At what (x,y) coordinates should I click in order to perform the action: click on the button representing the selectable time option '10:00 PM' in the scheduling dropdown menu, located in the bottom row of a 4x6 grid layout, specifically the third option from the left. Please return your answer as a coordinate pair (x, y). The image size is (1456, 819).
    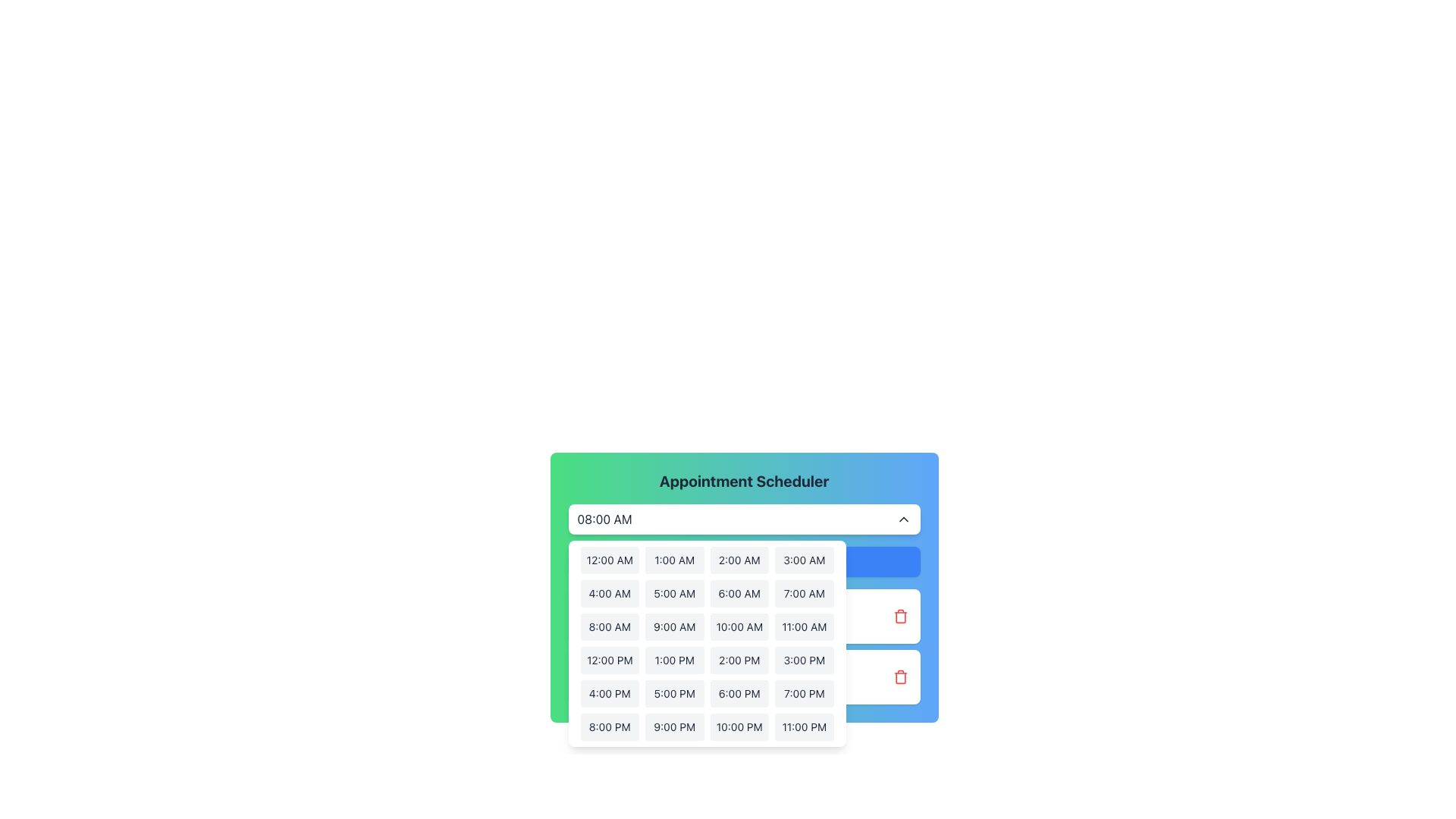
    Looking at the image, I should click on (739, 726).